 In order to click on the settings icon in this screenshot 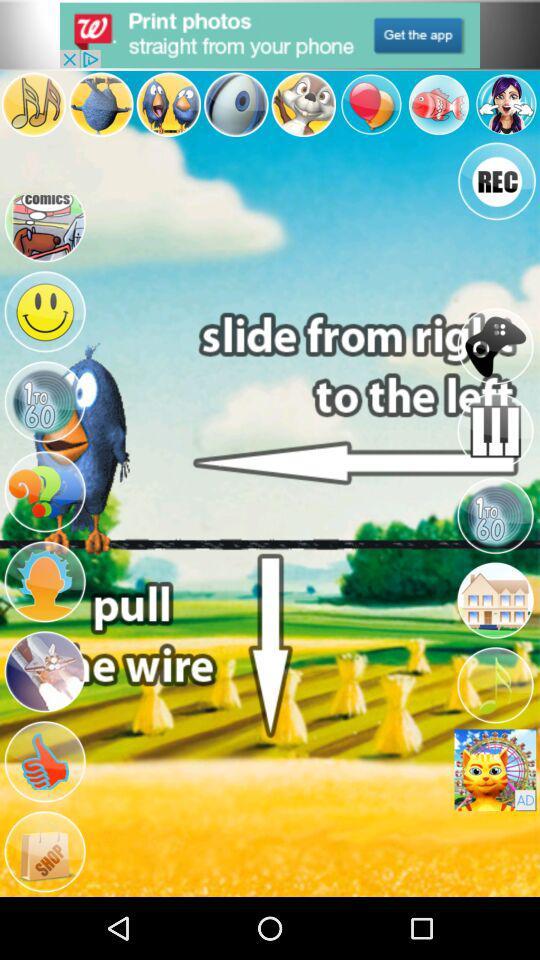, I will do `click(494, 552)`.